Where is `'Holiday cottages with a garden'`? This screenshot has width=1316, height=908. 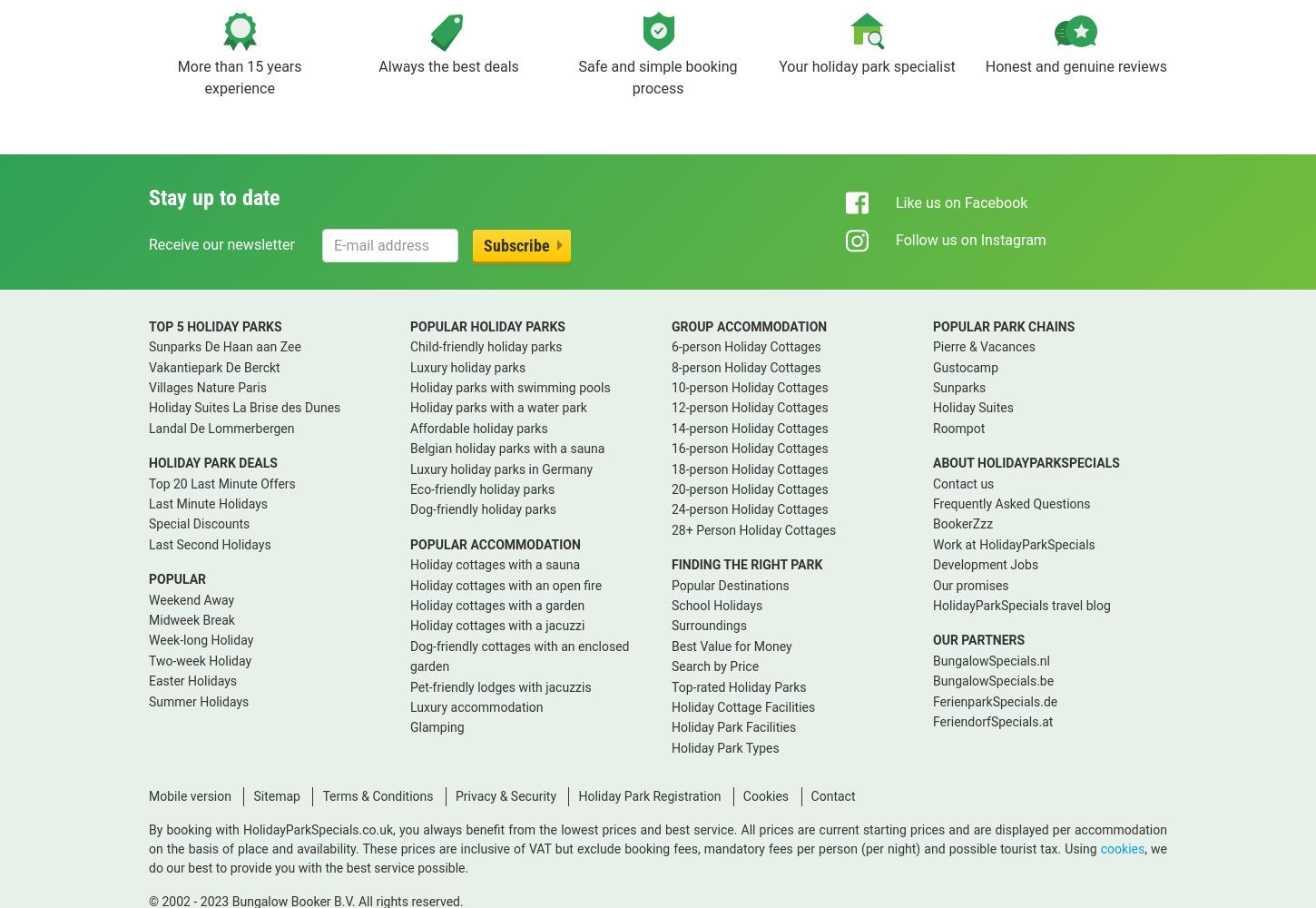
'Holiday cottages with a garden' is located at coordinates (496, 605).